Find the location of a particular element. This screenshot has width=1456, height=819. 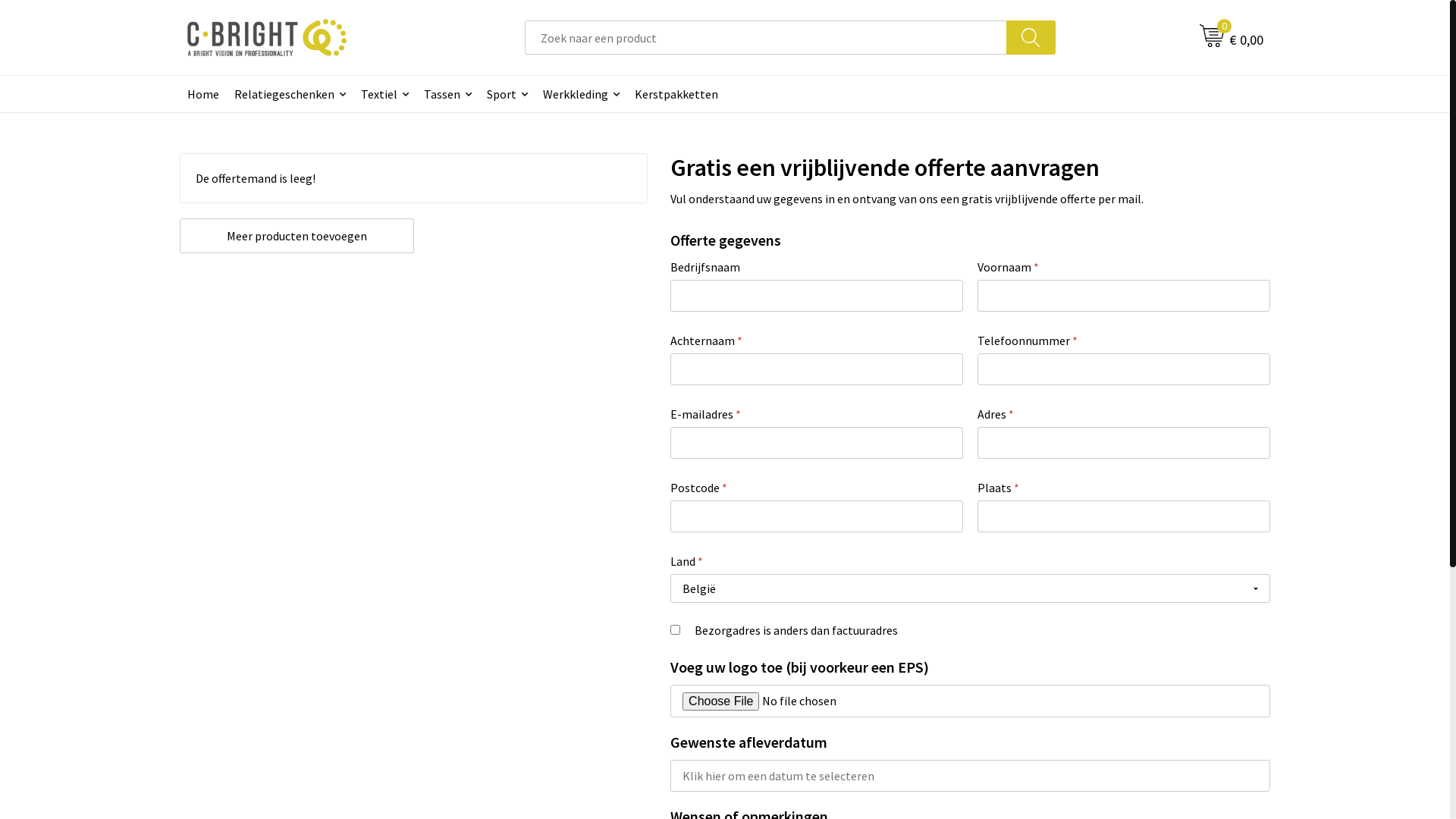

'Sport' is located at coordinates (507, 93).